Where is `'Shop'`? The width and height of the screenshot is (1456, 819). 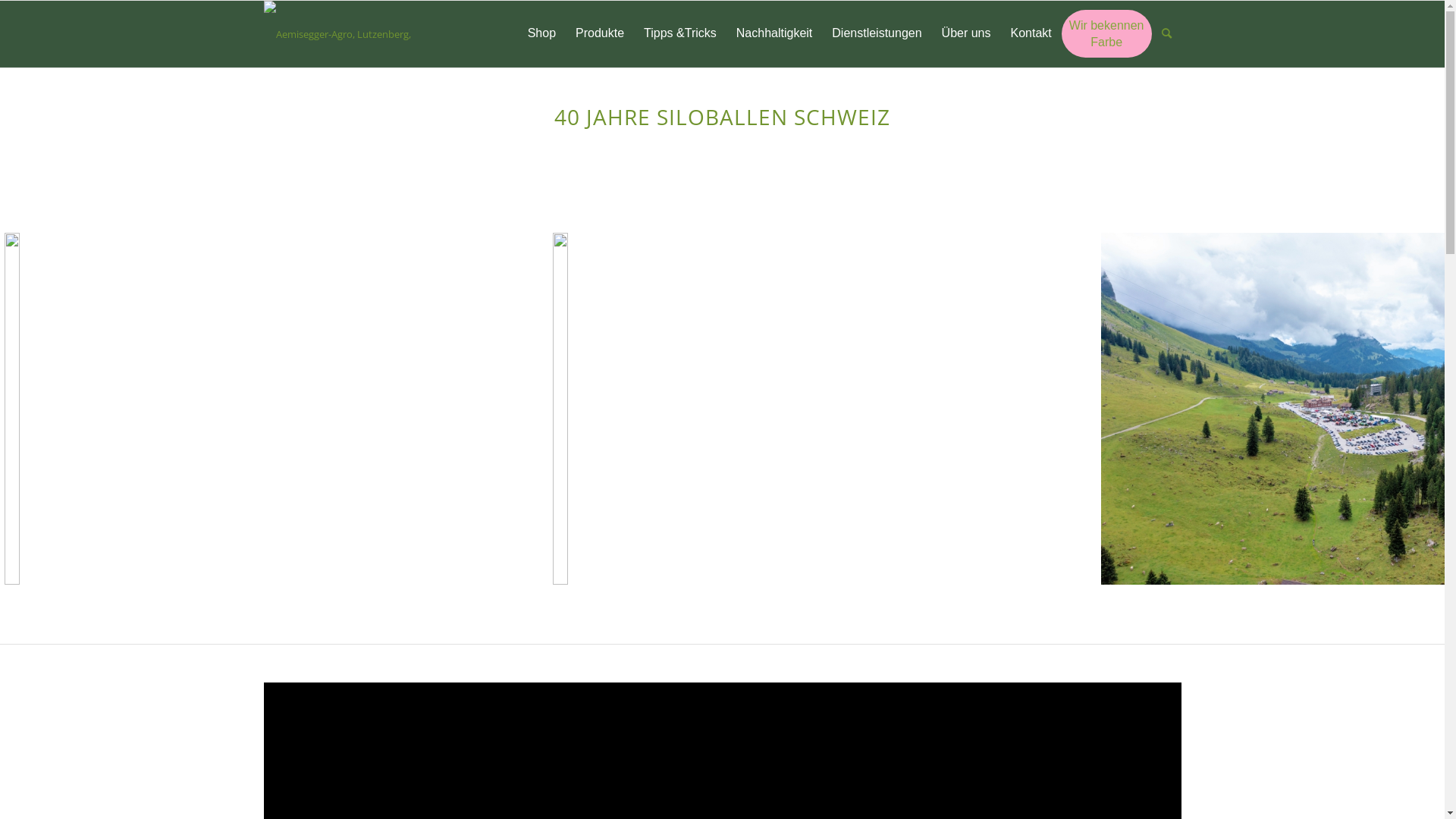 'Shop' is located at coordinates (541, 34).